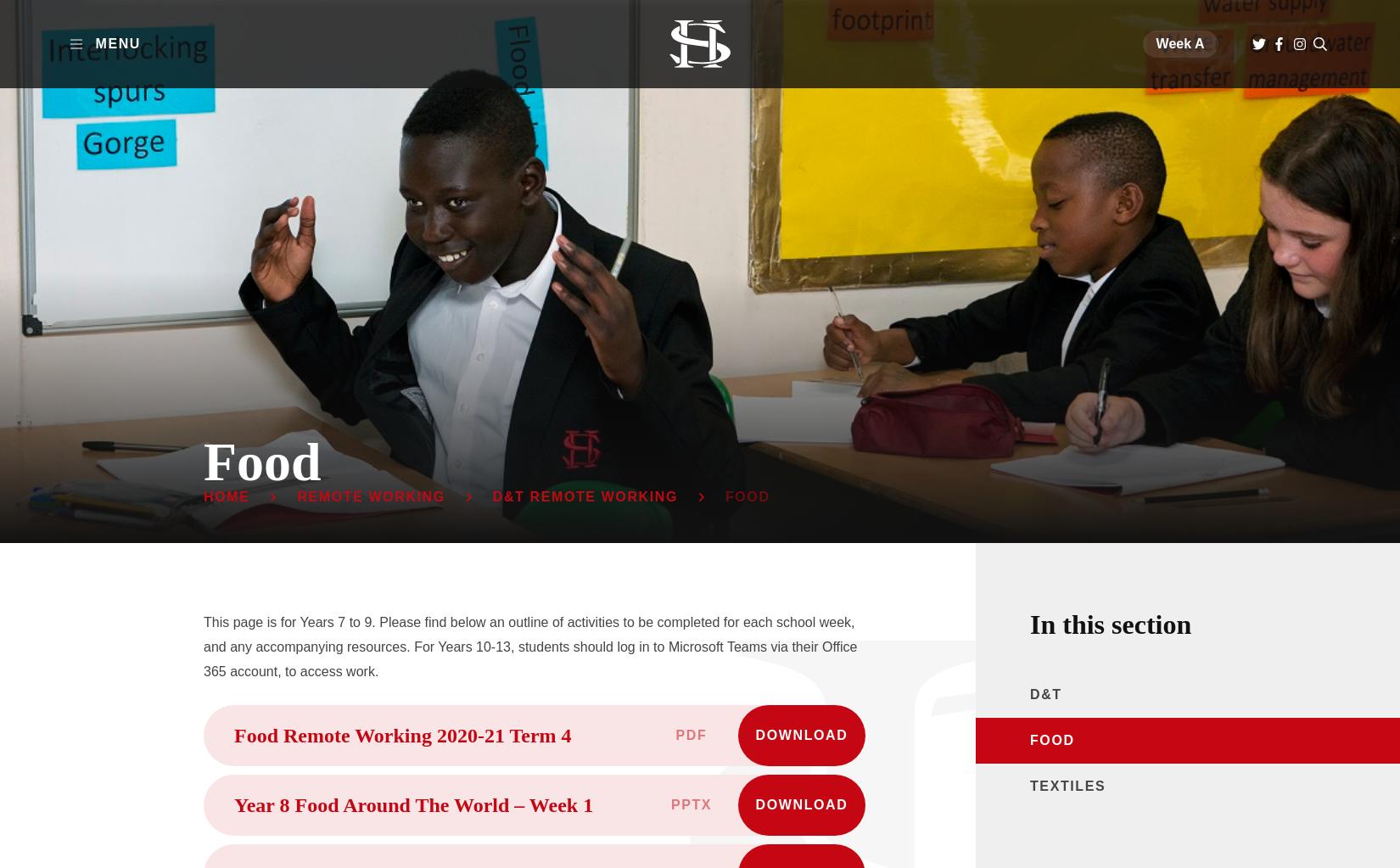 This screenshot has width=1400, height=868. Describe the element at coordinates (723, 199) in the screenshot. I see `'Support & Guidance'` at that location.